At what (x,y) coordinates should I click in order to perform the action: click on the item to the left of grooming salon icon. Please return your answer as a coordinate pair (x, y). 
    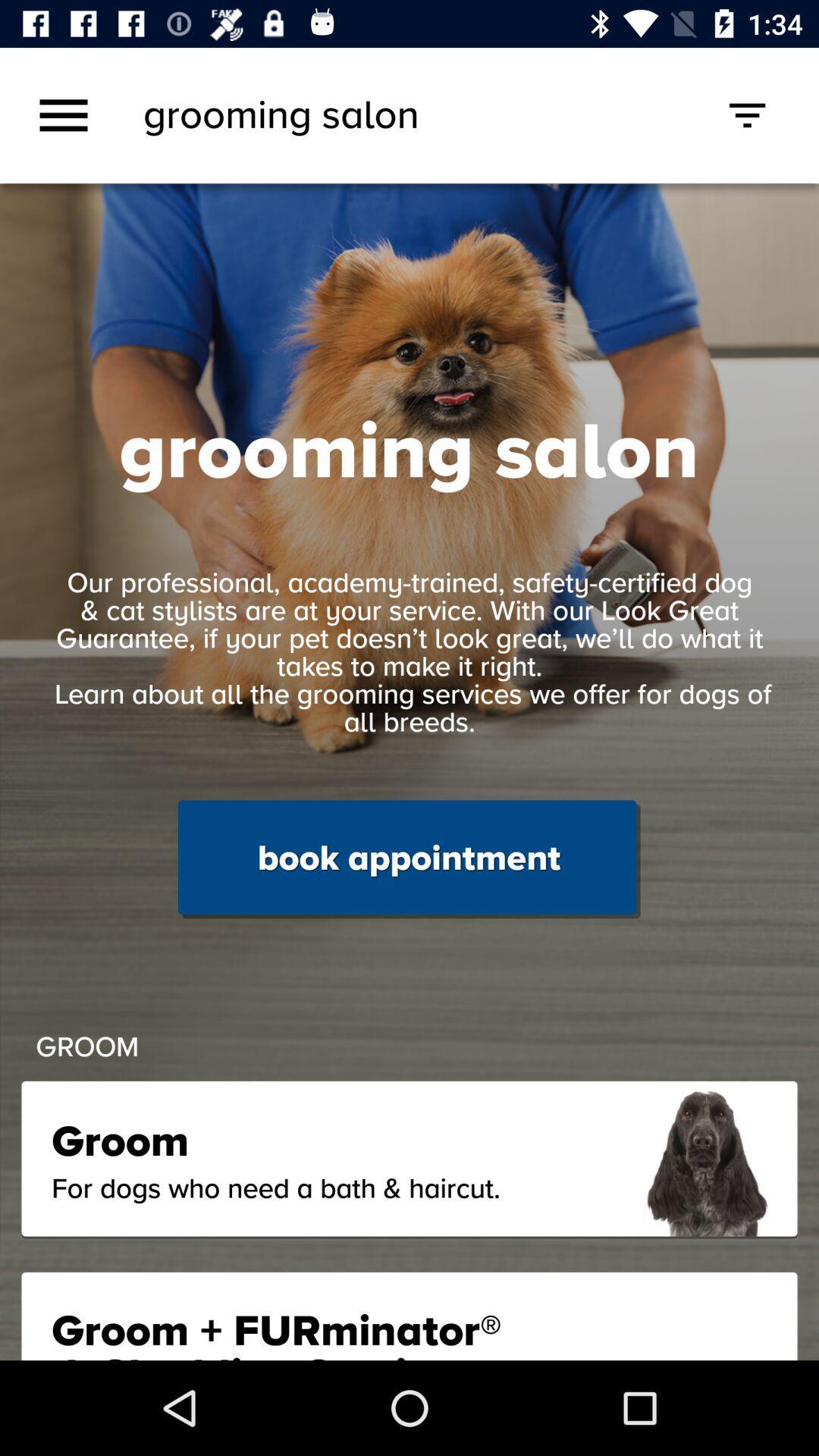
    Looking at the image, I should click on (63, 115).